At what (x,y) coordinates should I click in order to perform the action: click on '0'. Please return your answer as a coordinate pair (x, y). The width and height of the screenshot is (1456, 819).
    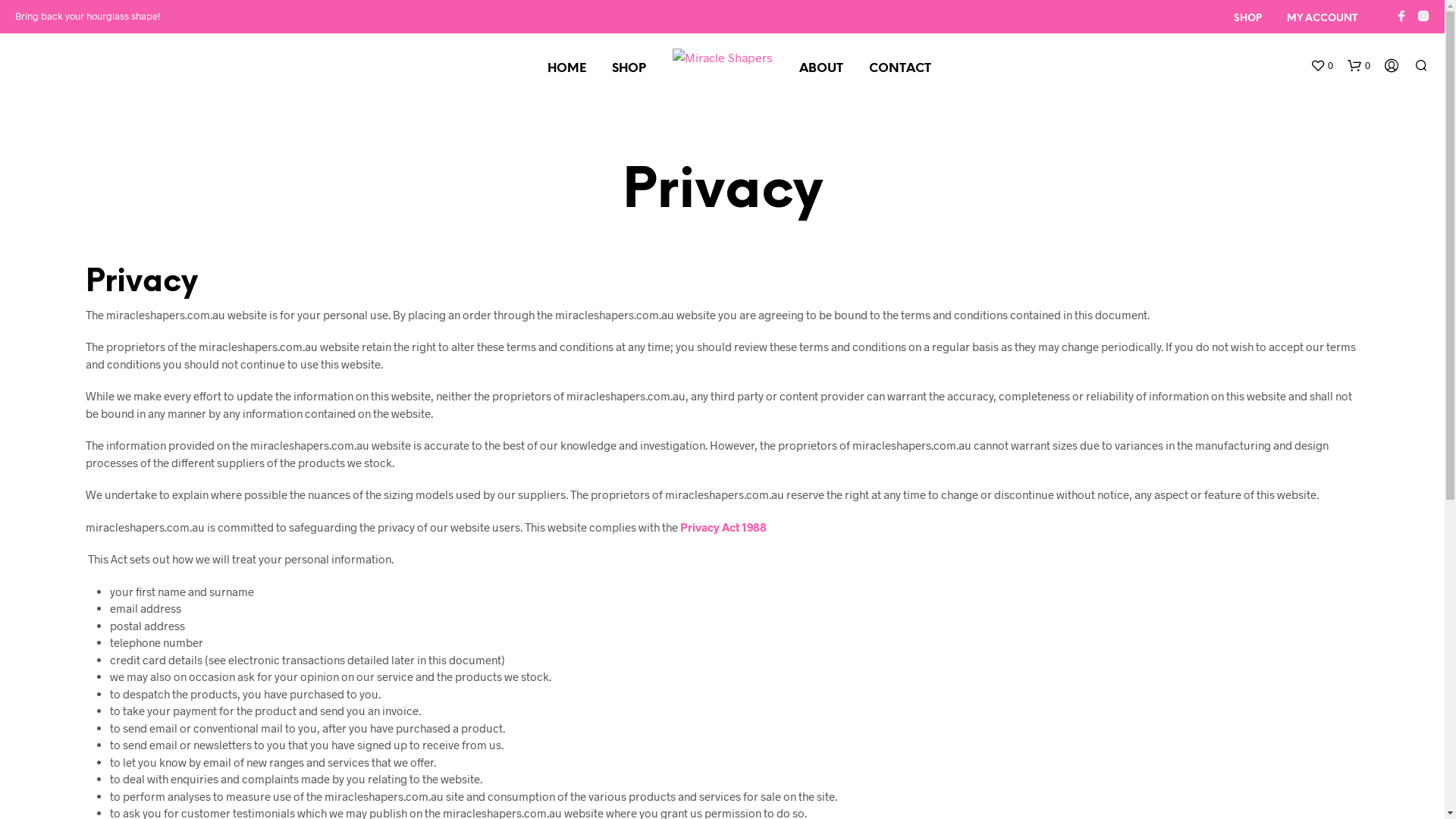
    Looking at the image, I should click on (1320, 65).